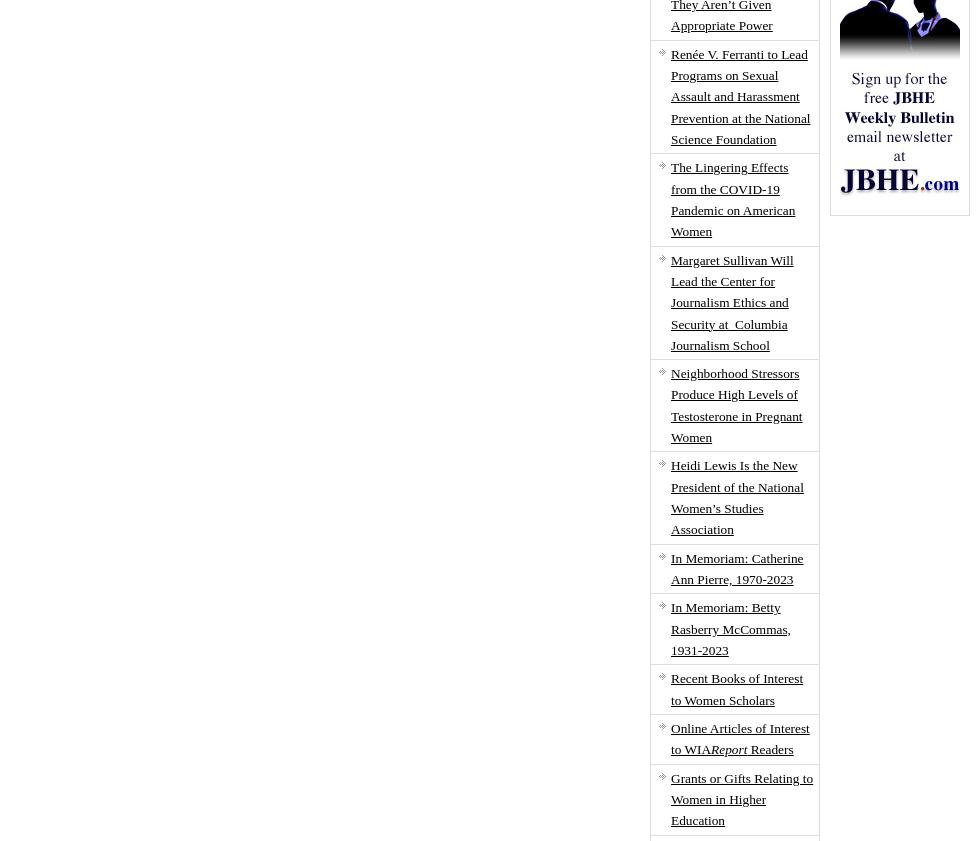 This screenshot has height=841, width=980. What do you see at coordinates (733, 198) in the screenshot?
I see `'The Lingering  Effects from the COVID-19 Pandemic on American Women'` at bounding box center [733, 198].